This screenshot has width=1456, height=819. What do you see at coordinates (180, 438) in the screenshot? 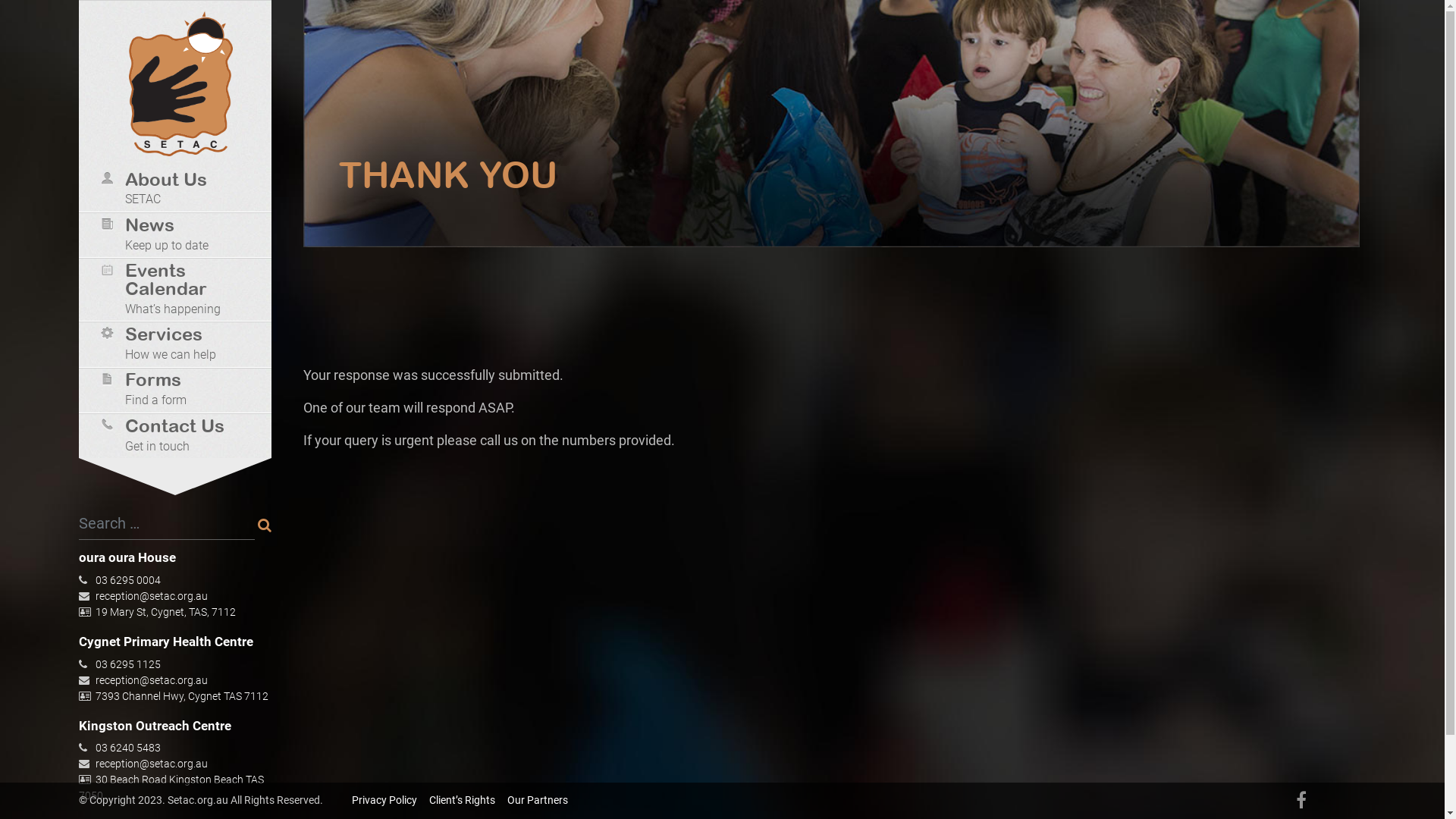
I see `'Contact Us` at bounding box center [180, 438].